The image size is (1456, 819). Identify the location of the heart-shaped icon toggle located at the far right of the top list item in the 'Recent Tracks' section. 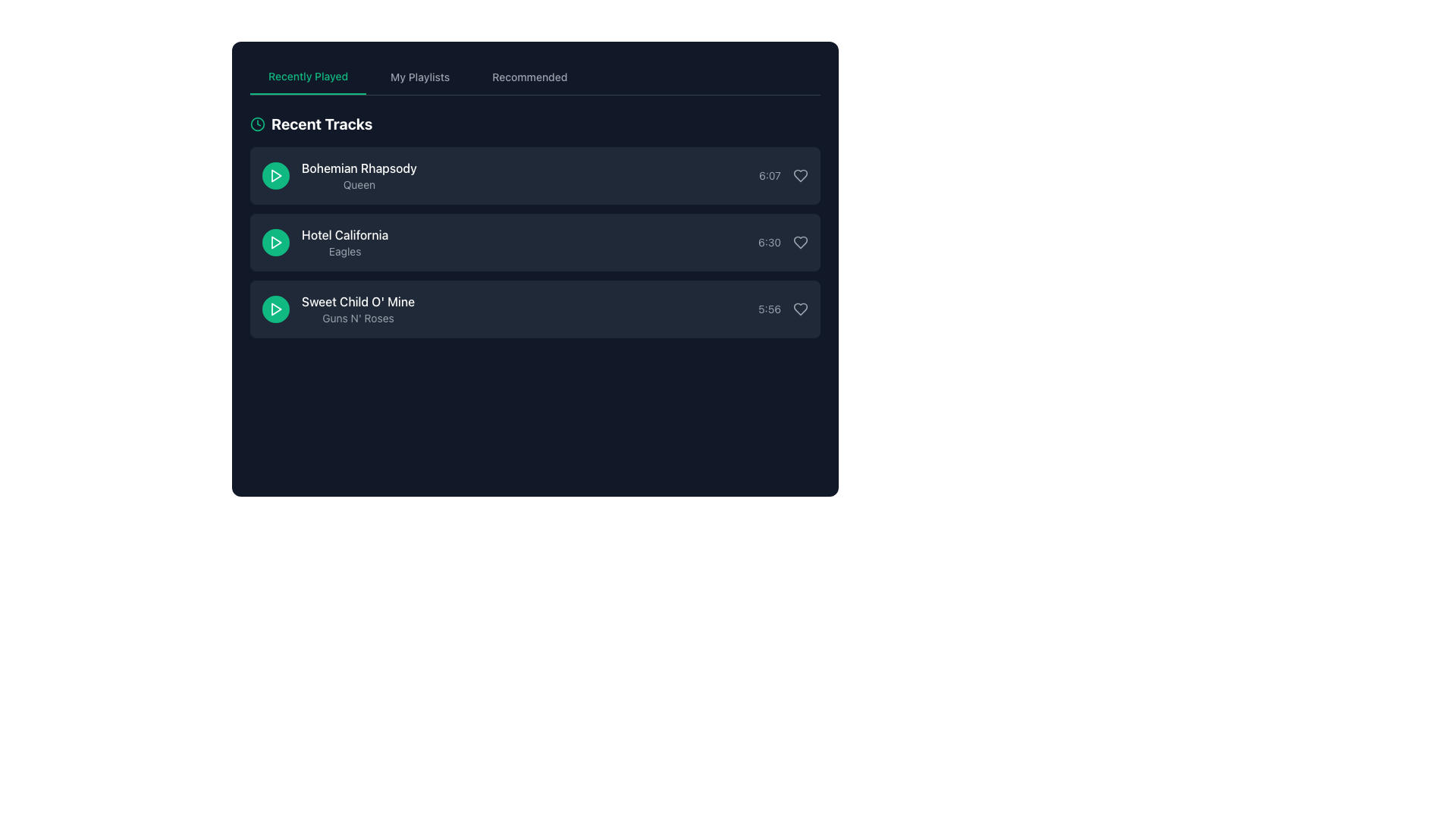
(800, 174).